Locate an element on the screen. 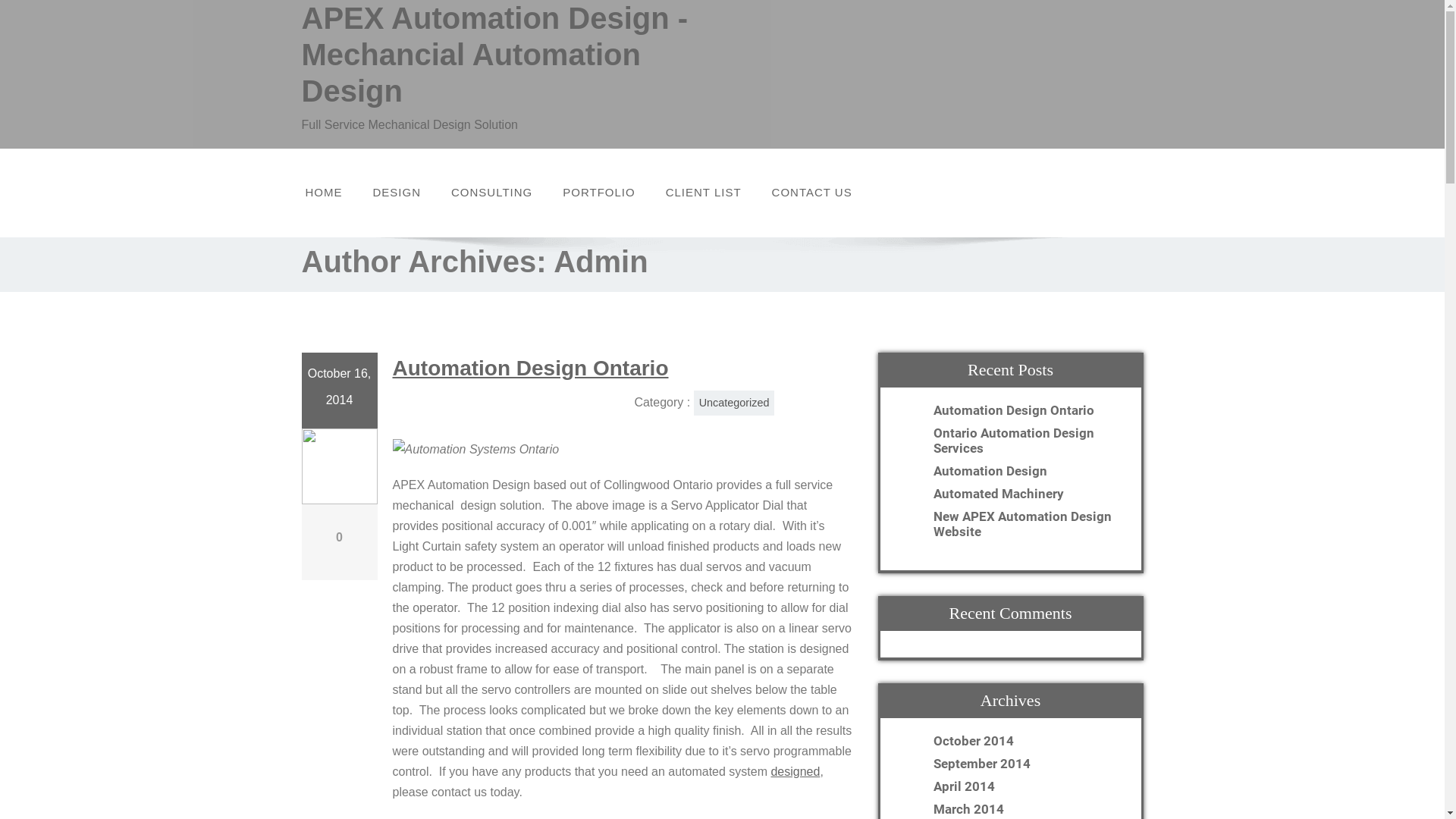 The height and width of the screenshot is (819, 1456). 'September 2014' is located at coordinates (977, 763).